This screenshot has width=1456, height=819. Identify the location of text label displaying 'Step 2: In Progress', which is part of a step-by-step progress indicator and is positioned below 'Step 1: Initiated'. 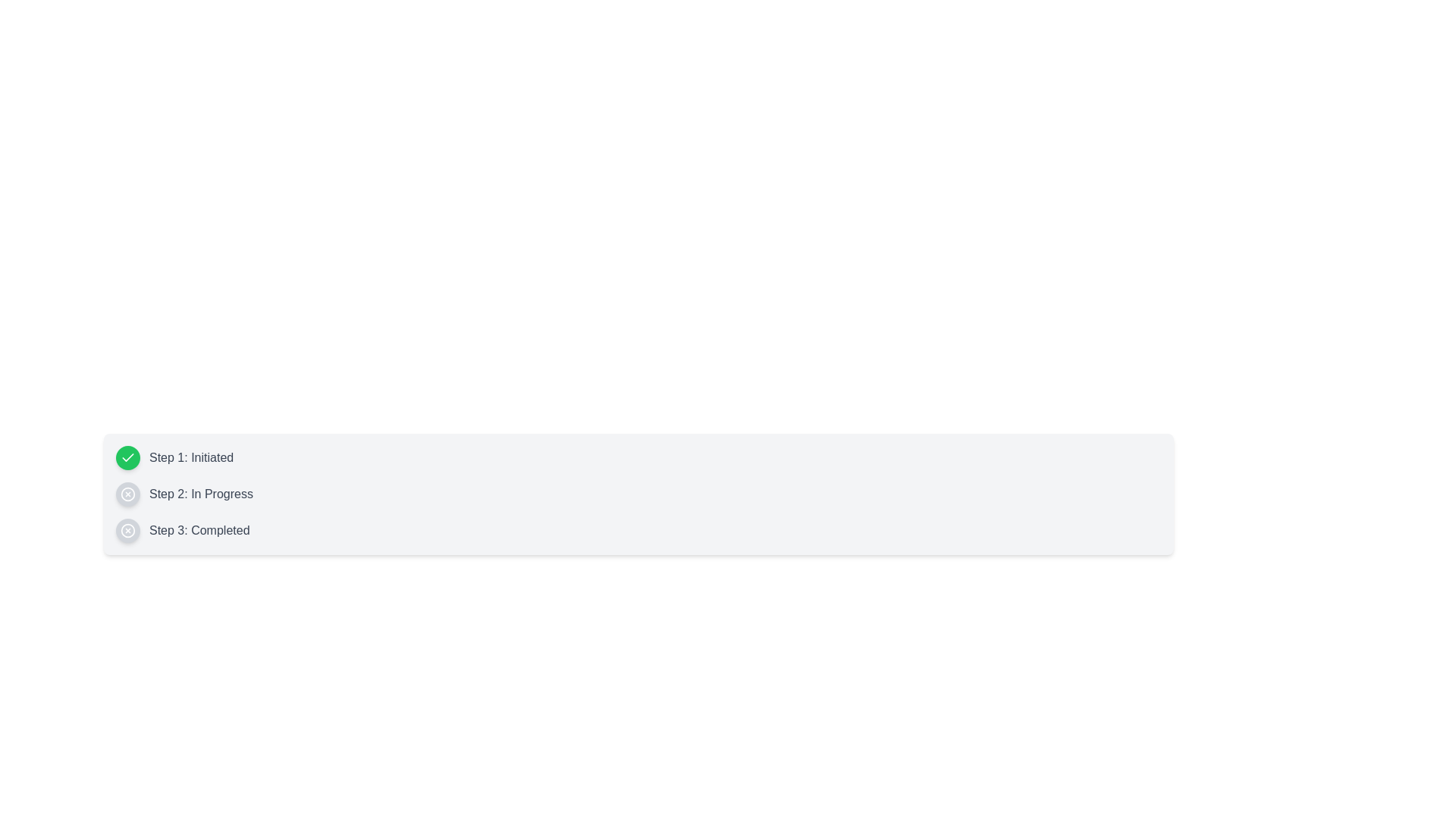
(200, 494).